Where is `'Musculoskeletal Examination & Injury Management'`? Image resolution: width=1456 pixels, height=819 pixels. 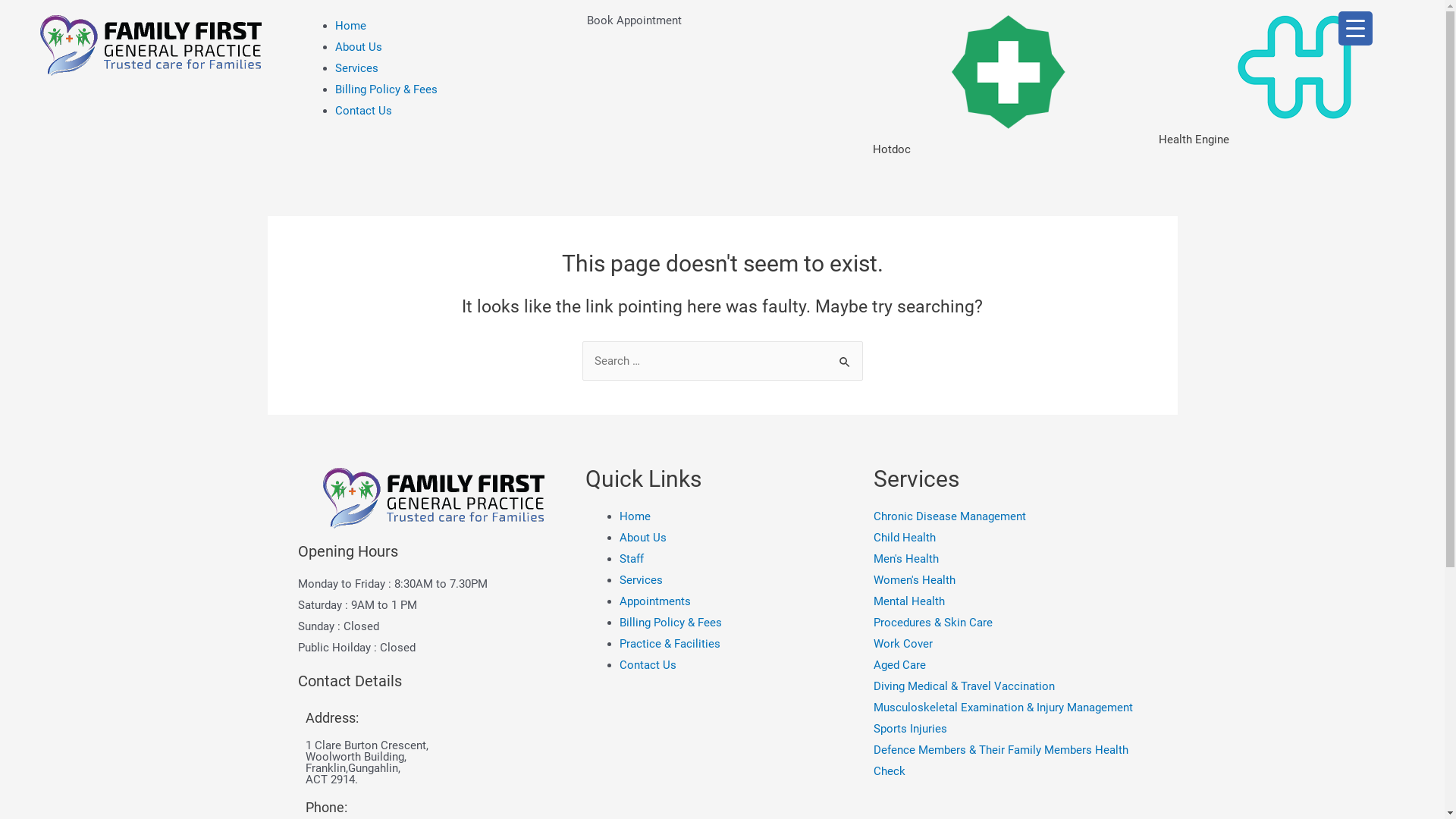
'Musculoskeletal Examination & Injury Management' is located at coordinates (1009, 708).